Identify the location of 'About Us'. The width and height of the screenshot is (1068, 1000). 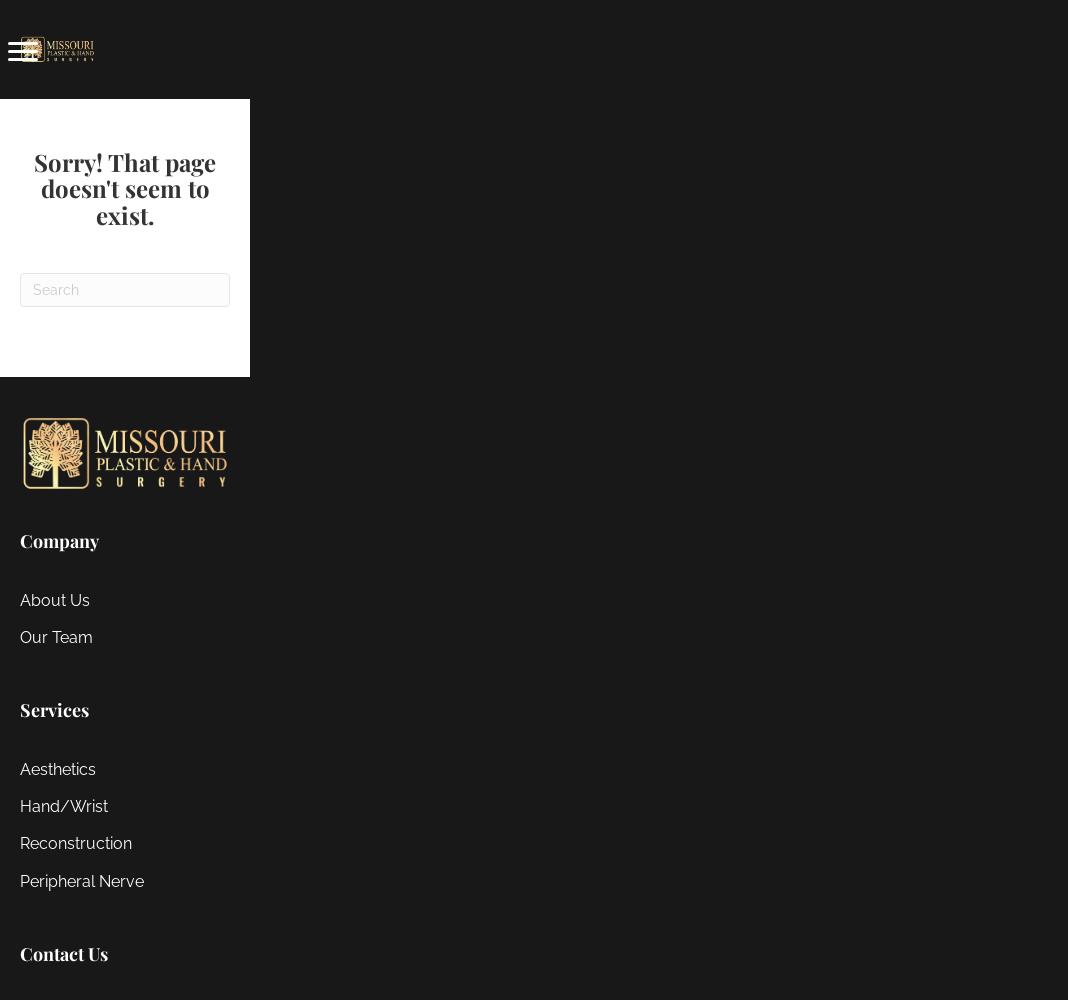
(54, 598).